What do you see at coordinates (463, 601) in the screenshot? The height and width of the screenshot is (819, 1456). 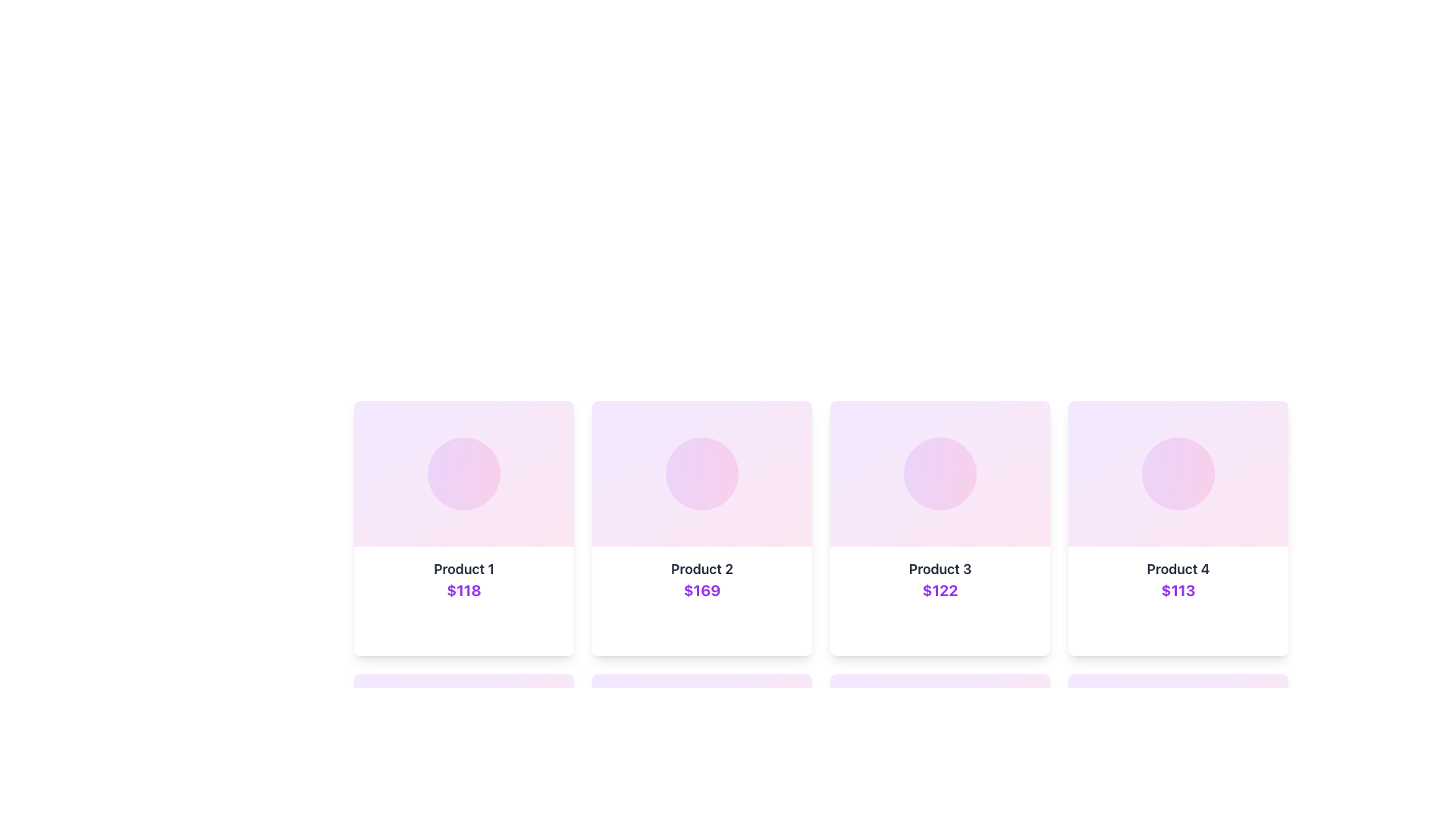 I see `displayed information in the informational text block located at the bottom of the first card in a horizontal sequence` at bounding box center [463, 601].